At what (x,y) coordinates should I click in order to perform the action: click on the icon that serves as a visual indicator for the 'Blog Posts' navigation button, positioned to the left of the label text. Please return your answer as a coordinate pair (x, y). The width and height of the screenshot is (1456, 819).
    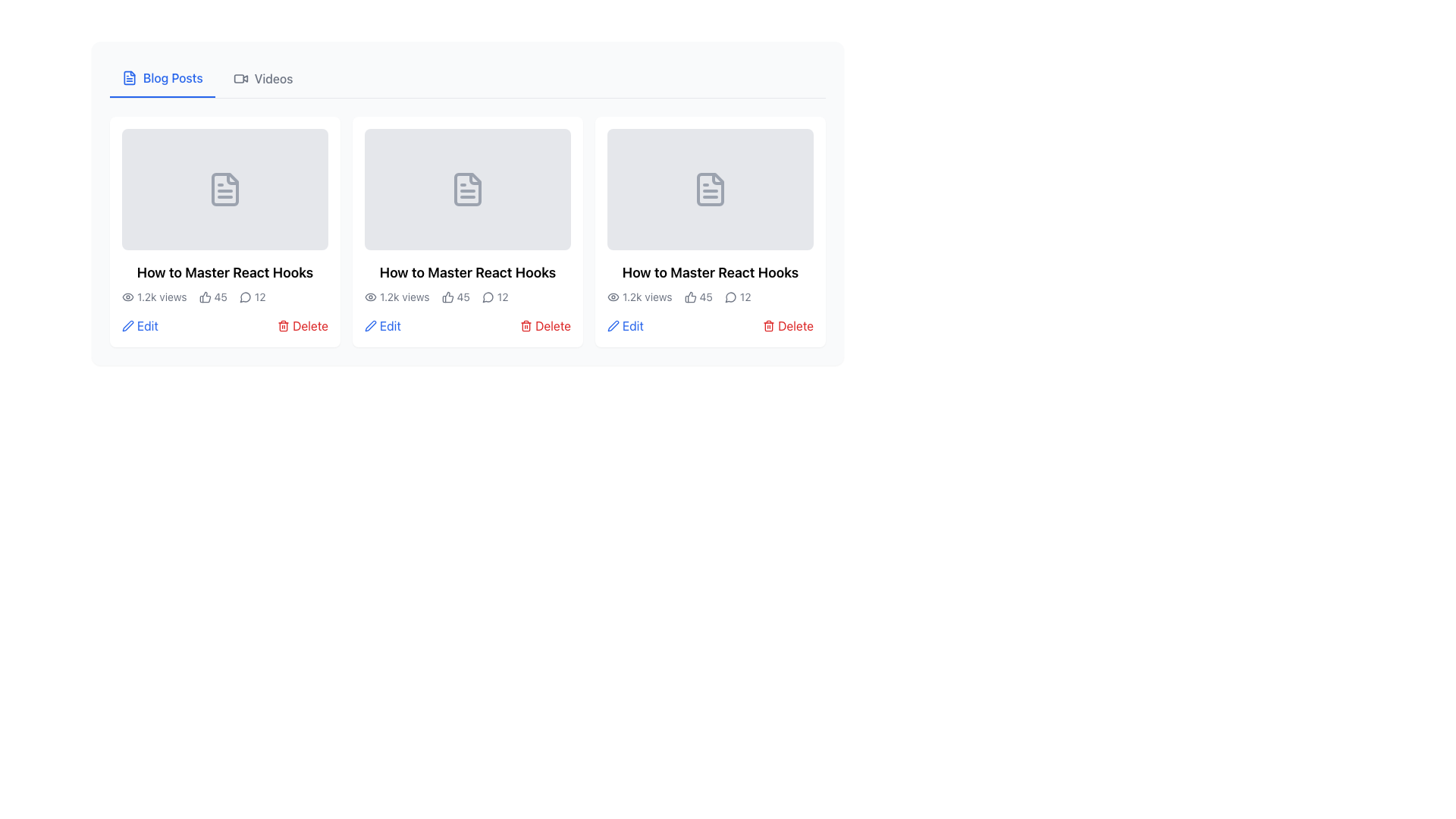
    Looking at the image, I should click on (130, 78).